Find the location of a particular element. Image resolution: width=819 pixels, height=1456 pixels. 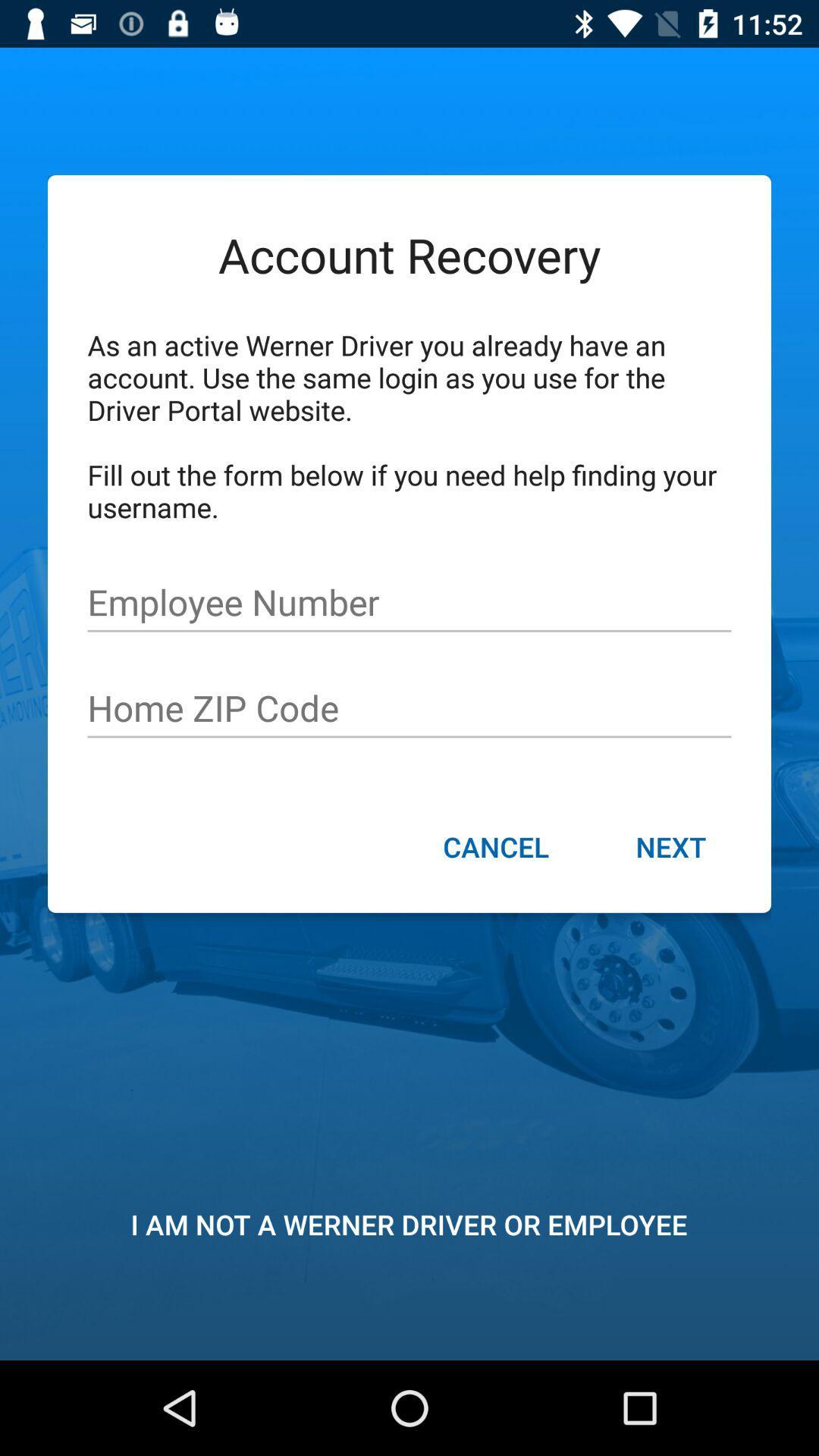

icon on the right is located at coordinates (670, 848).